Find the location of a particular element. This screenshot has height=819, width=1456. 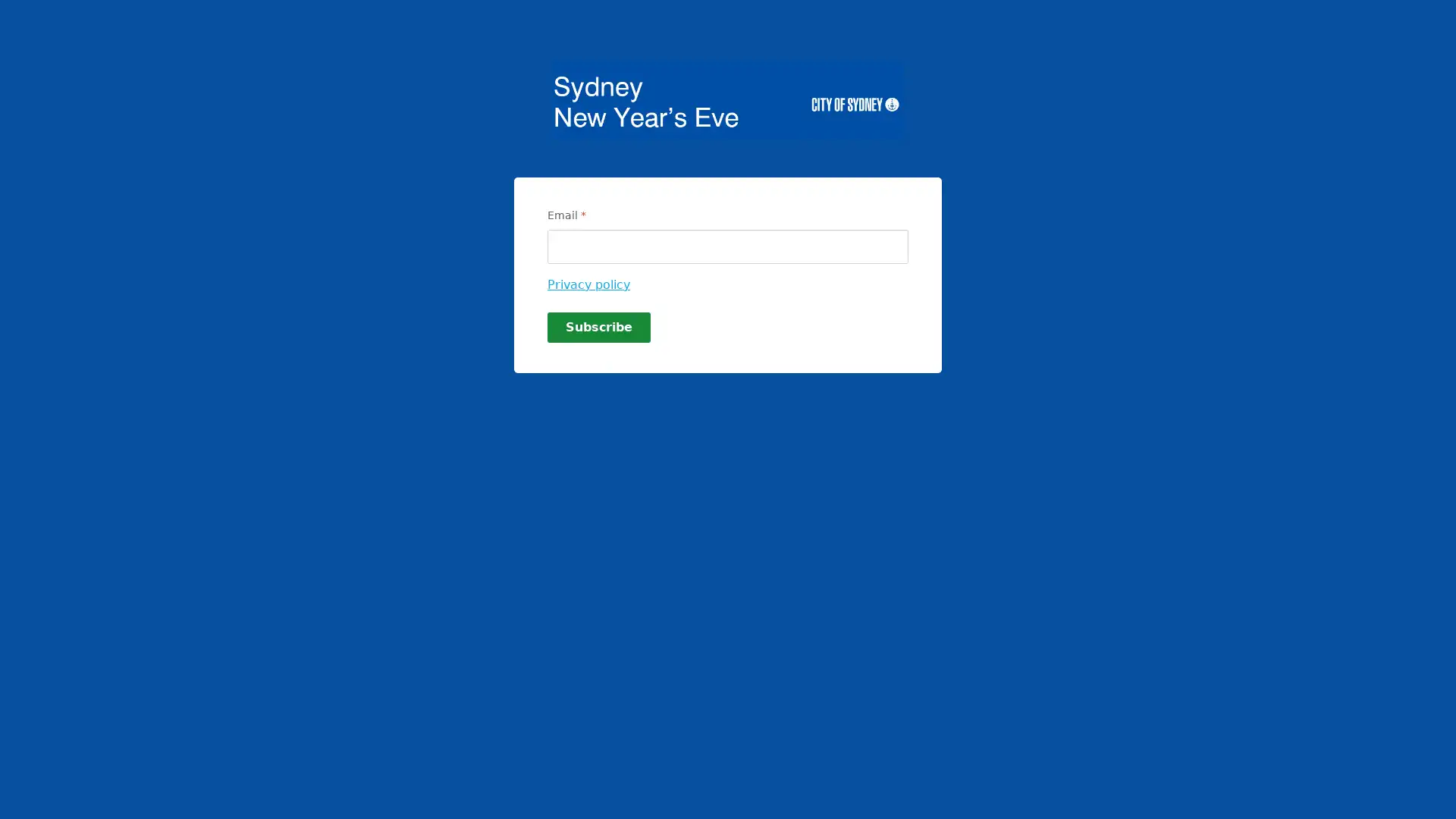

Subscribe is located at coordinates (598, 327).